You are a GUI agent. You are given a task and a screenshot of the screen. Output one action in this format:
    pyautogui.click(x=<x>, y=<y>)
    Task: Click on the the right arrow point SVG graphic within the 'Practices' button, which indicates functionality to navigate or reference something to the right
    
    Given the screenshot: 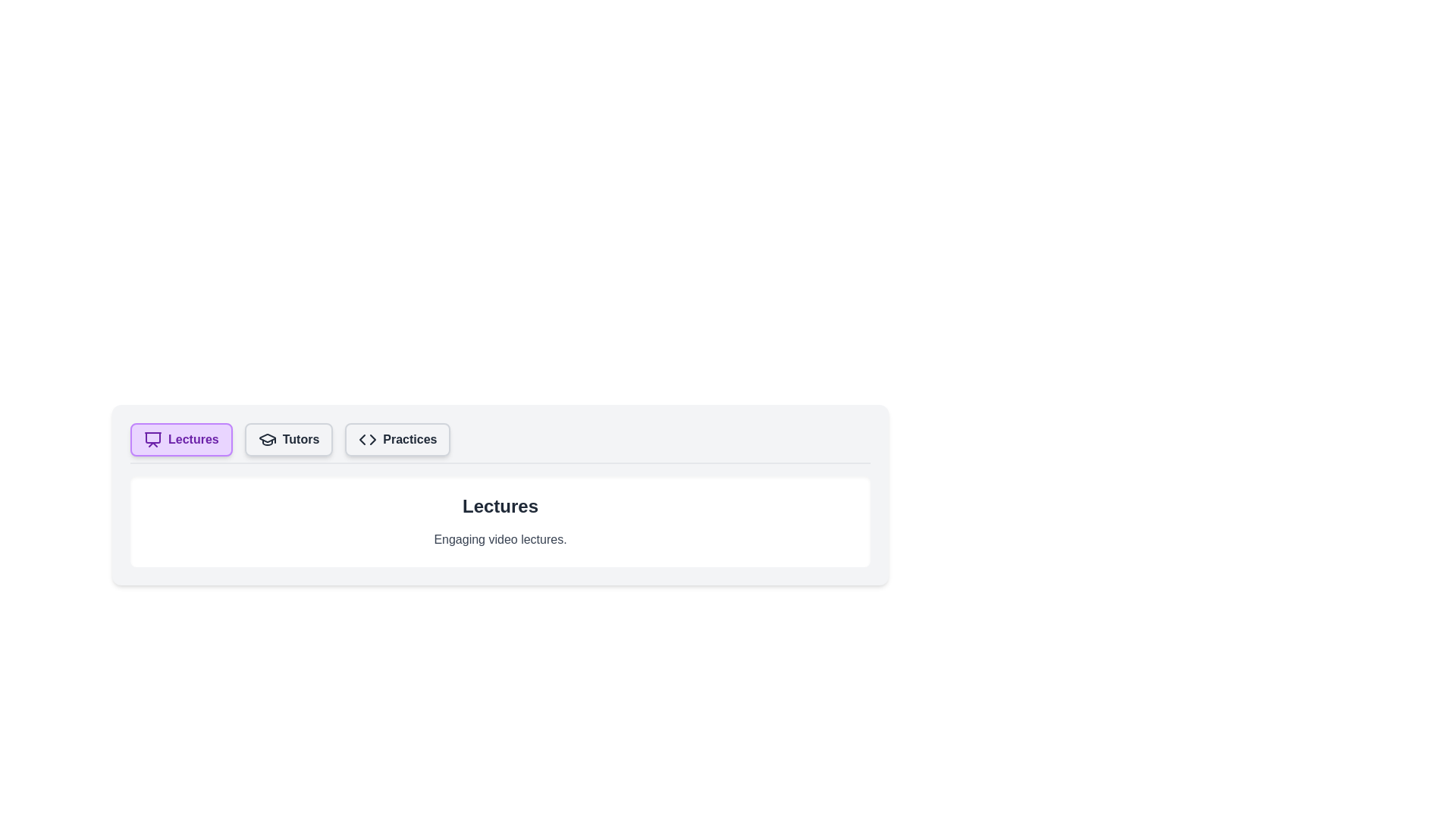 What is the action you would take?
    pyautogui.click(x=373, y=439)
    